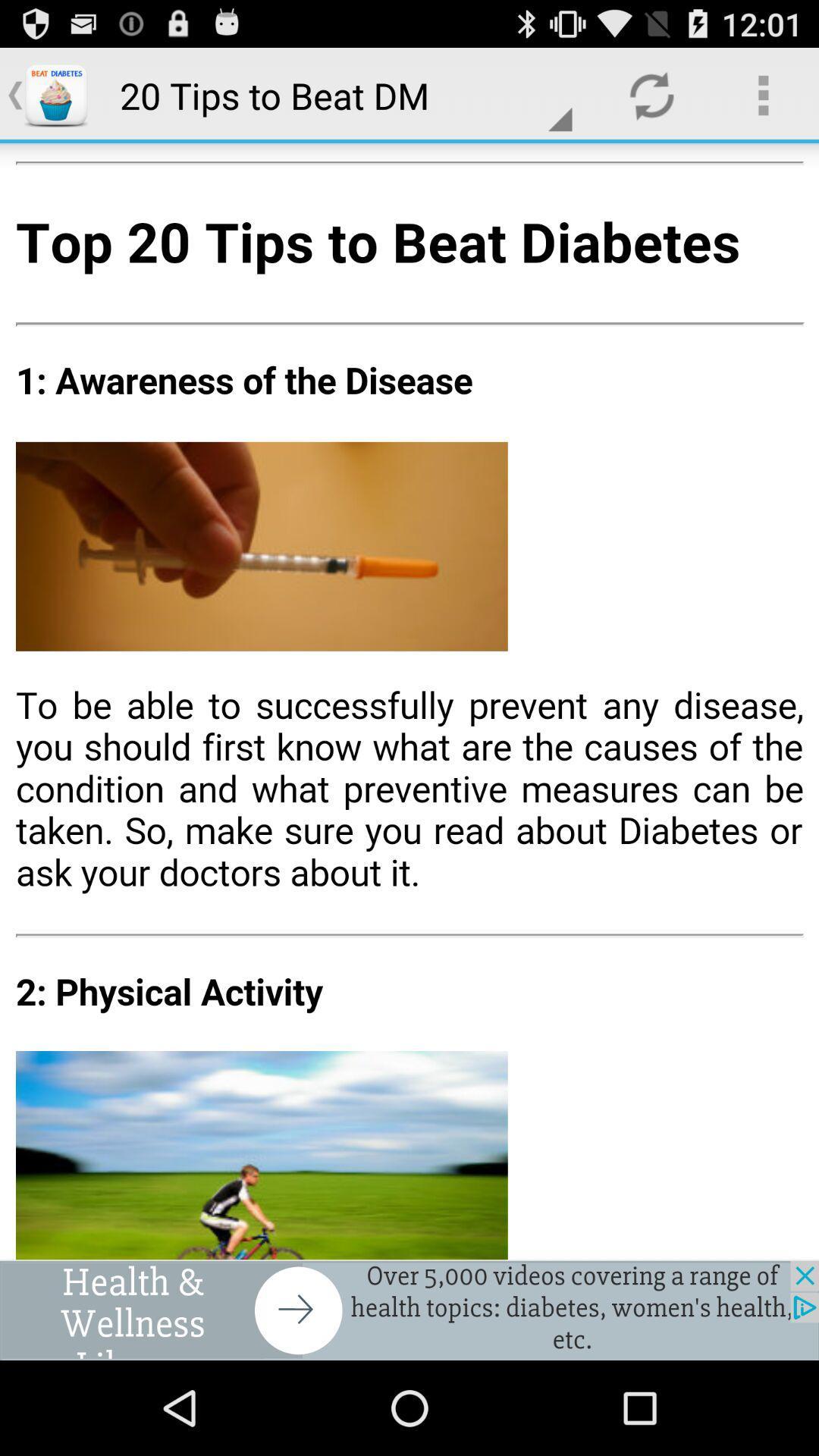 This screenshot has height=1456, width=819. Describe the element at coordinates (409, 1310) in the screenshot. I see `the add` at that location.